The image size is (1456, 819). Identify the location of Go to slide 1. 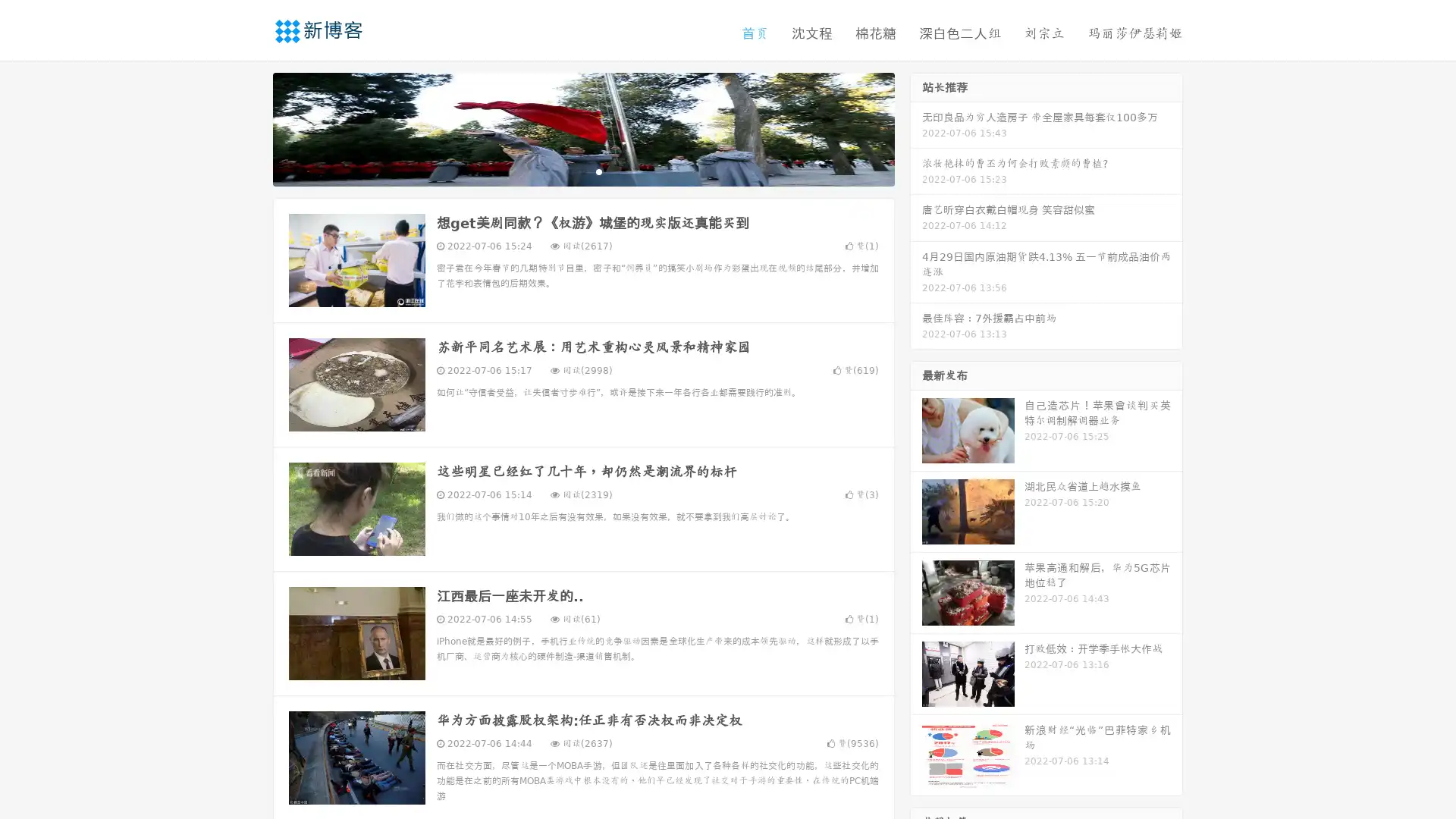
(567, 171).